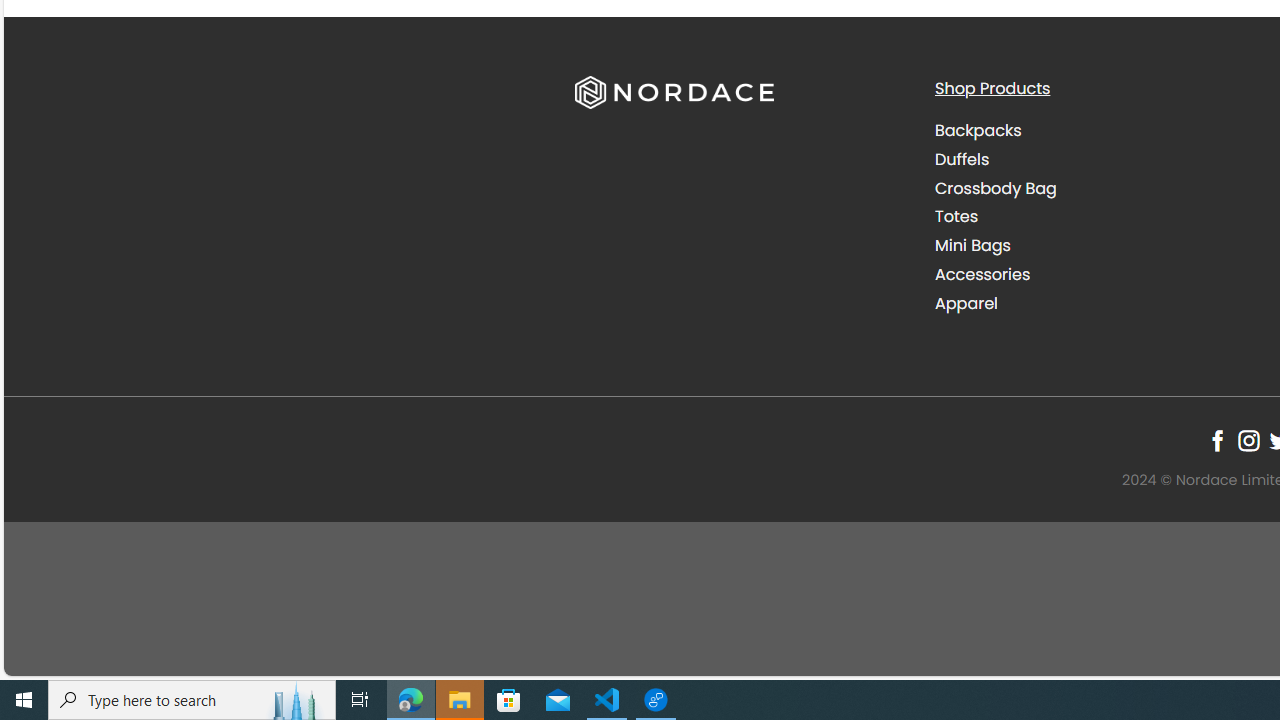 This screenshot has width=1280, height=720. Describe the element at coordinates (1098, 131) in the screenshot. I see `'Backpacks'` at that location.